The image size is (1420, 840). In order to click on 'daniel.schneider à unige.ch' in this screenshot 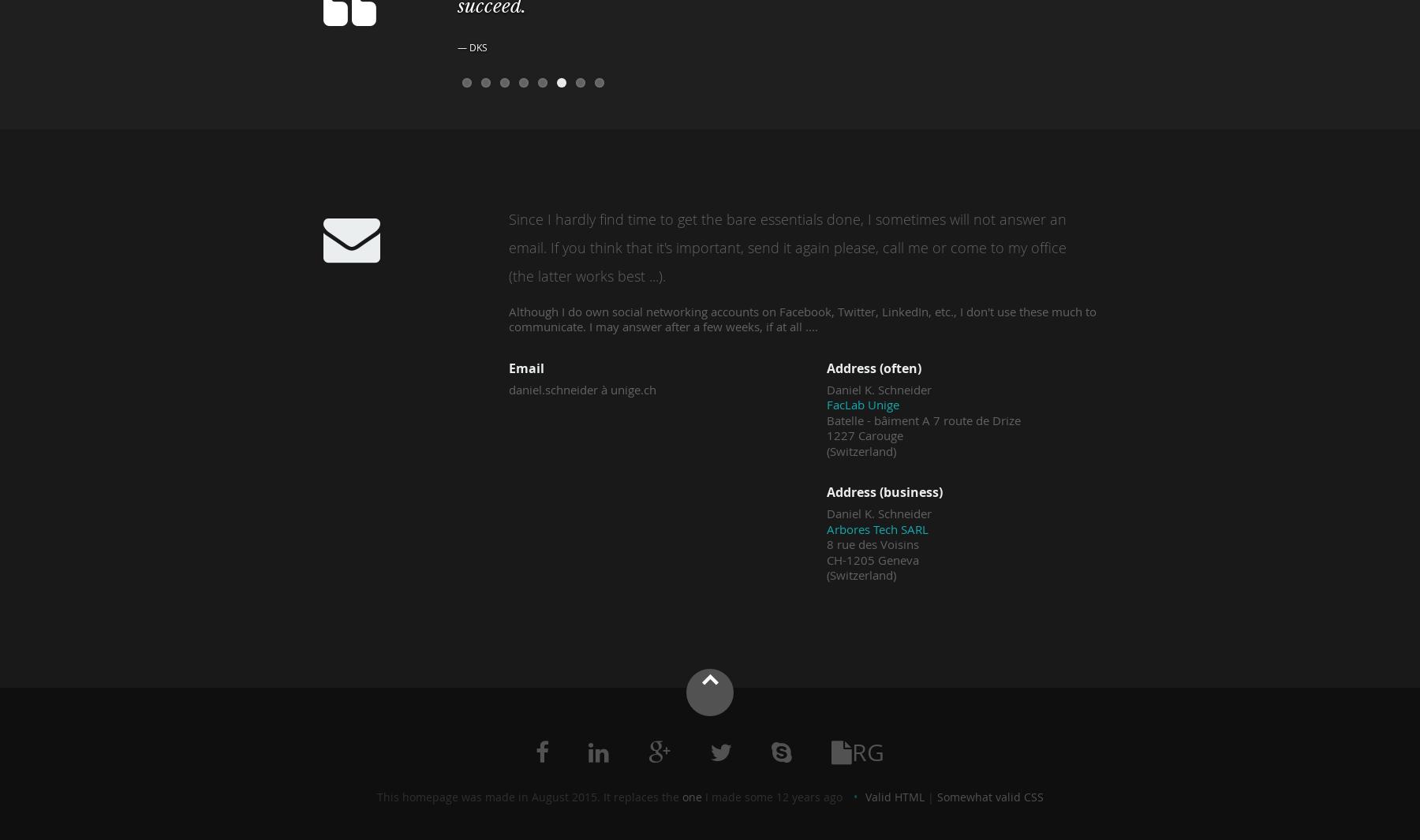, I will do `click(581, 387)`.